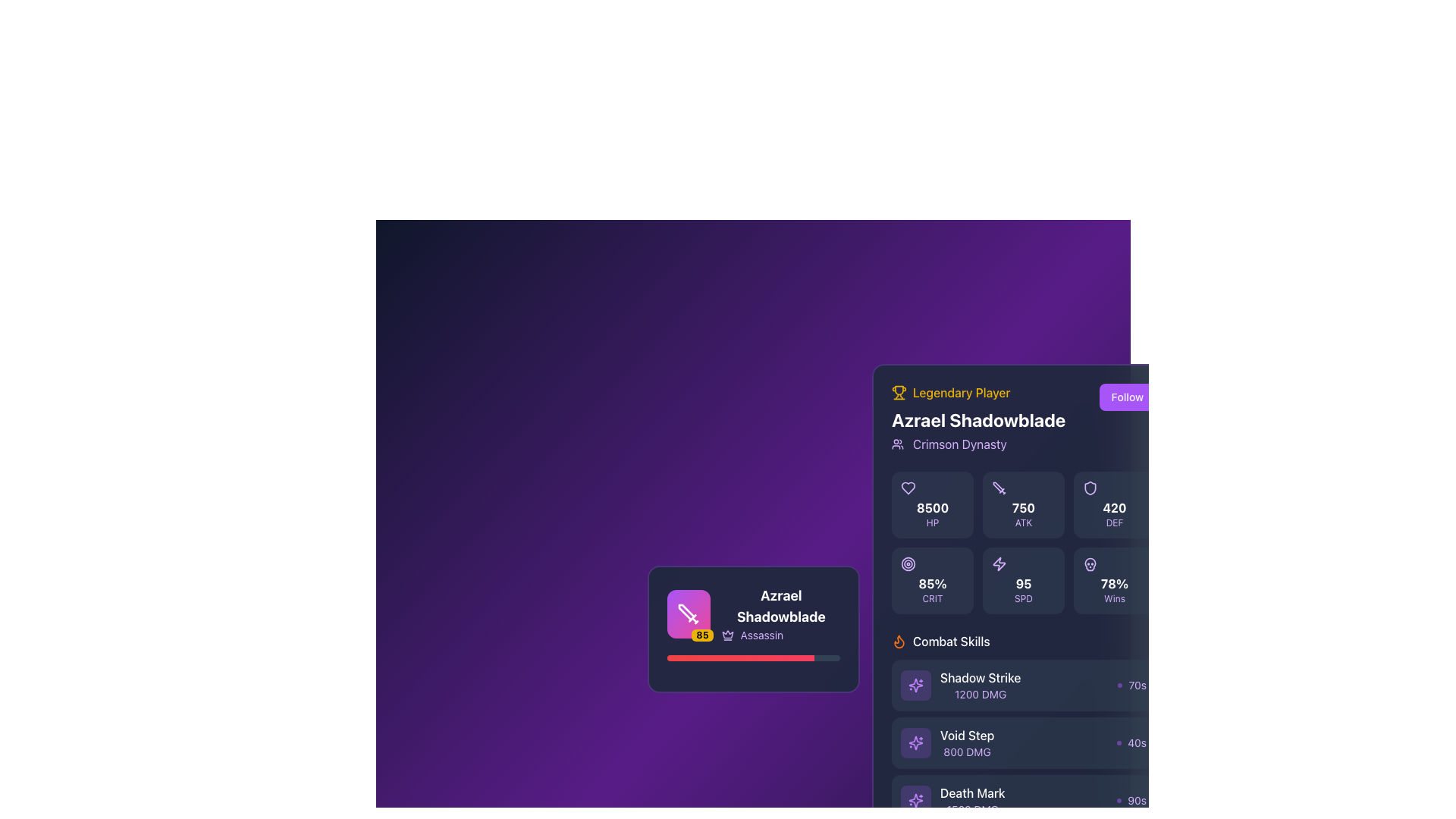 This screenshot has height=819, width=1456. I want to click on the shield icon on the Stat card displaying the 'DEF' metric of 420, which is the third card in the top row of three horizontally aligned cards, so click(1114, 505).